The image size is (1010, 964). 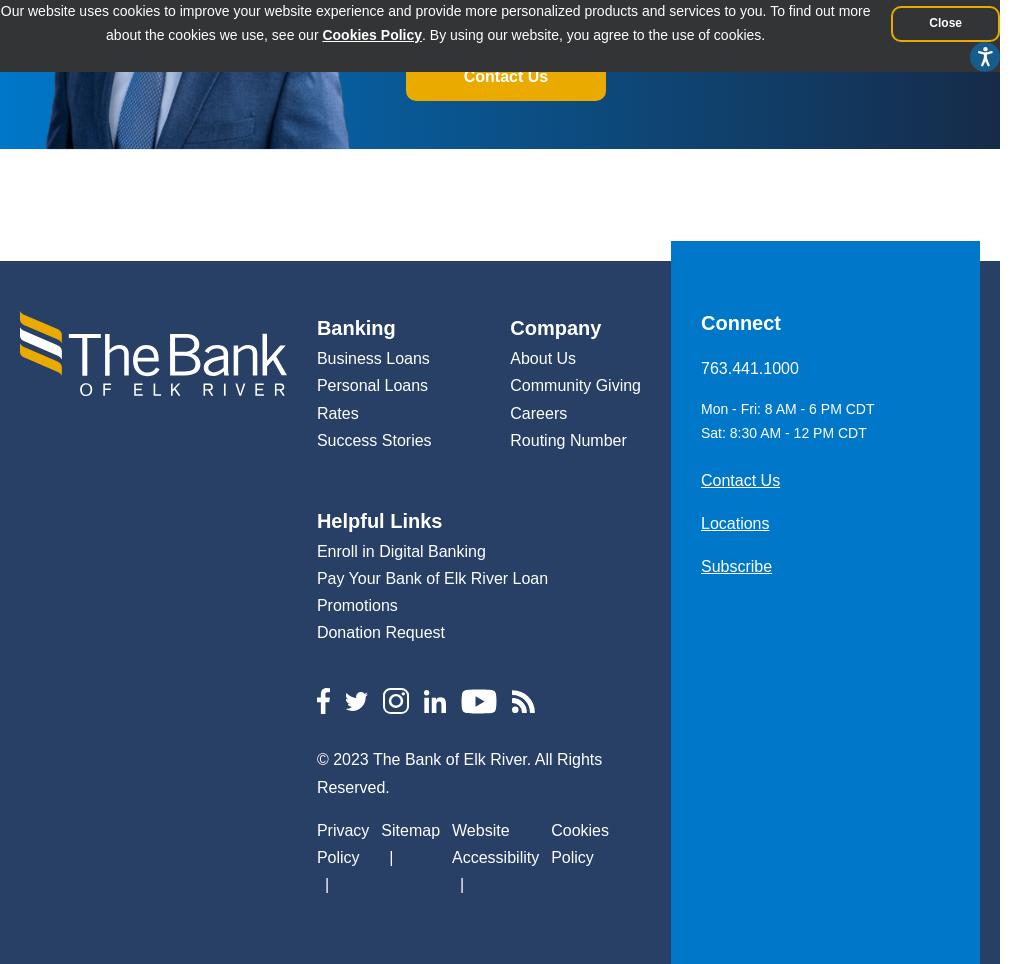 I want to click on 'Our website uses cookies to improve your website experience and provide more personalized products and services to you. To find out more about the cookies we use, see our', so click(x=435, y=22).